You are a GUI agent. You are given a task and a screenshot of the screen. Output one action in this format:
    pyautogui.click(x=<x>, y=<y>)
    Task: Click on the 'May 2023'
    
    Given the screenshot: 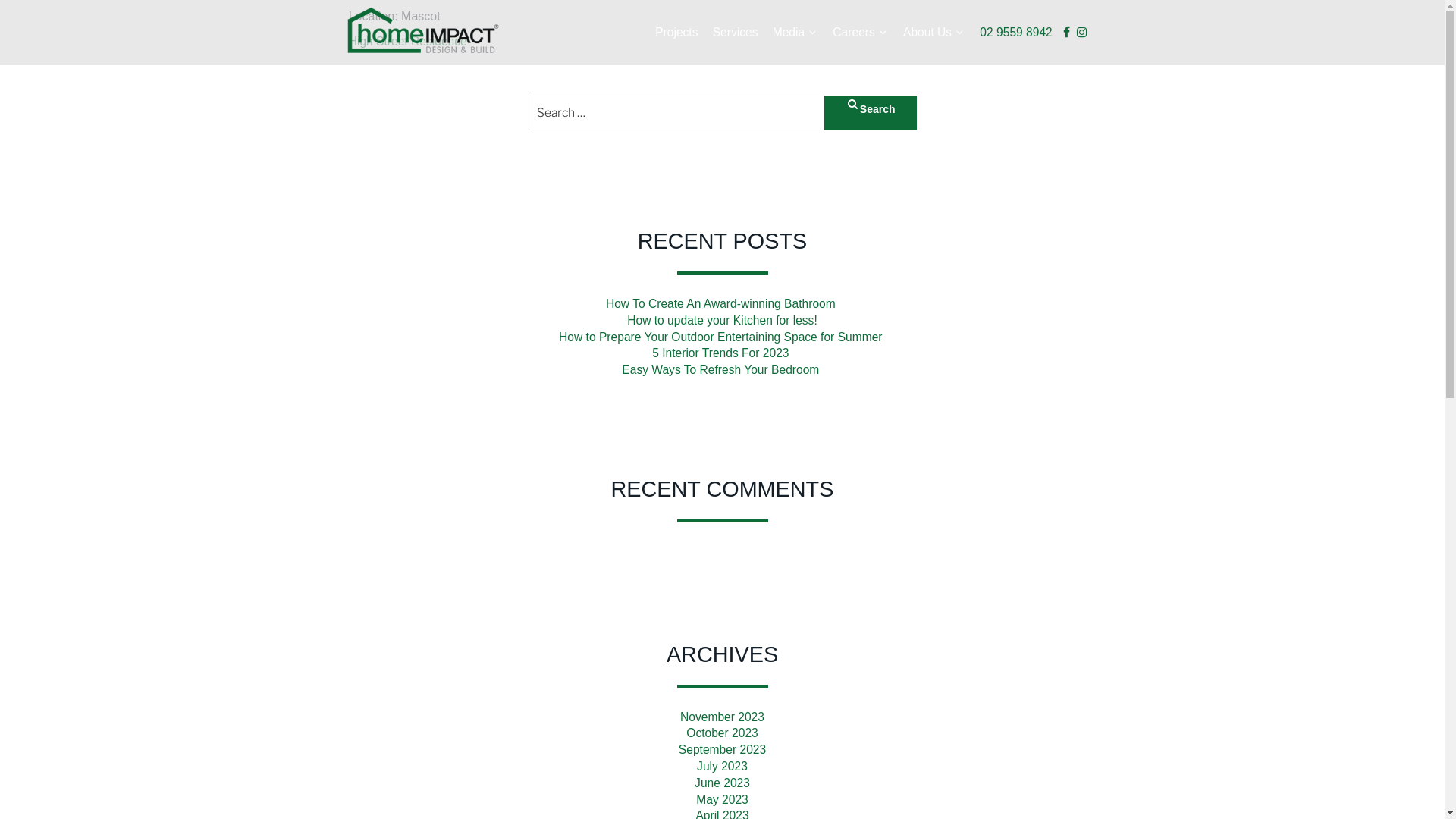 What is the action you would take?
    pyautogui.click(x=720, y=799)
    